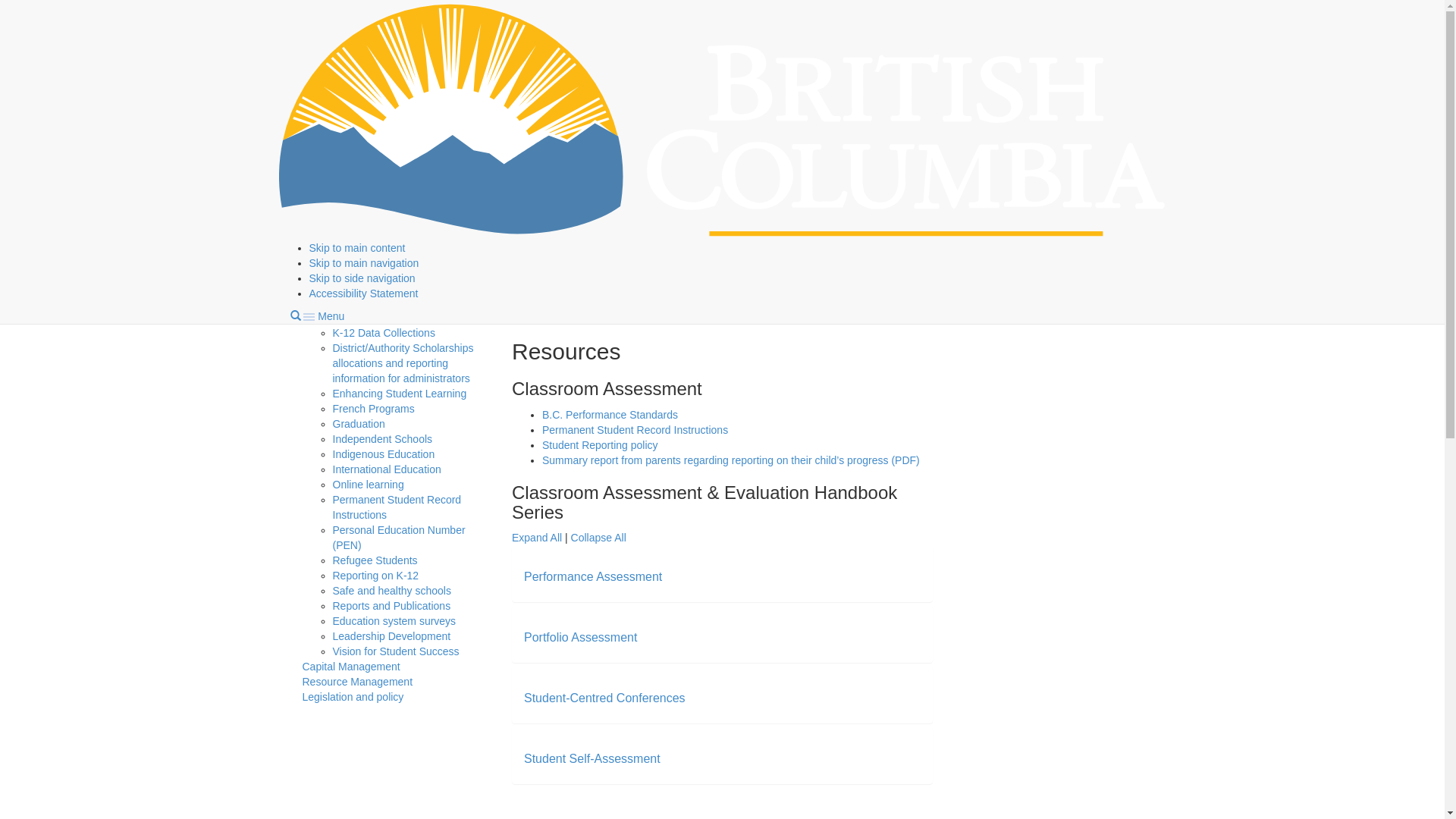  I want to click on 'Vision for Student Success', so click(395, 651).